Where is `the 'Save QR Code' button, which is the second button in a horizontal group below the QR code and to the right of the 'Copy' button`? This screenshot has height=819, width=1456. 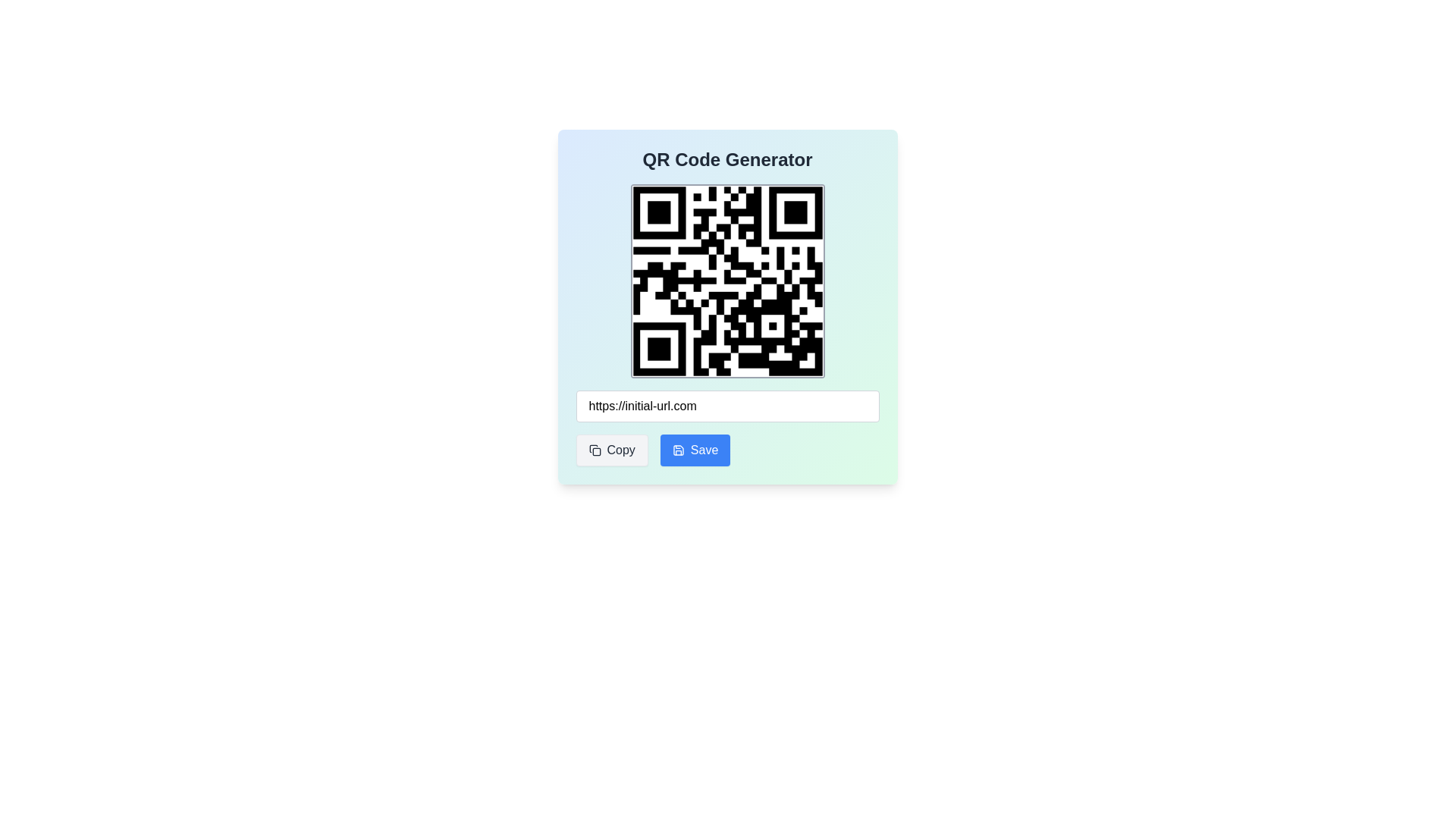 the 'Save QR Code' button, which is the second button in a horizontal group below the QR code and to the right of the 'Copy' button is located at coordinates (695, 450).